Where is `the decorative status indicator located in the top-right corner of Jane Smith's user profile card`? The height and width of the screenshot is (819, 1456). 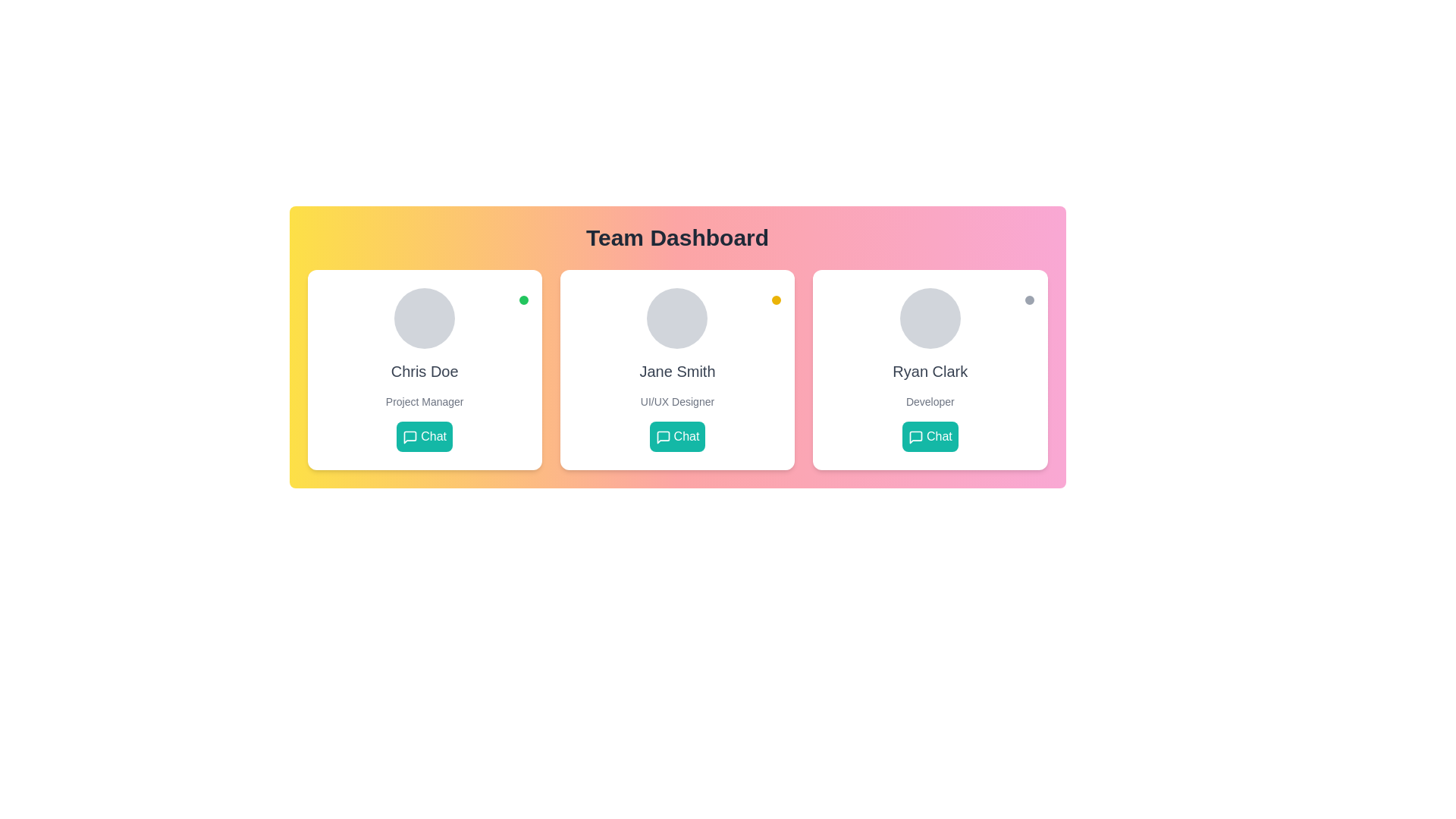
the decorative status indicator located in the top-right corner of Jane Smith's user profile card is located at coordinates (777, 300).